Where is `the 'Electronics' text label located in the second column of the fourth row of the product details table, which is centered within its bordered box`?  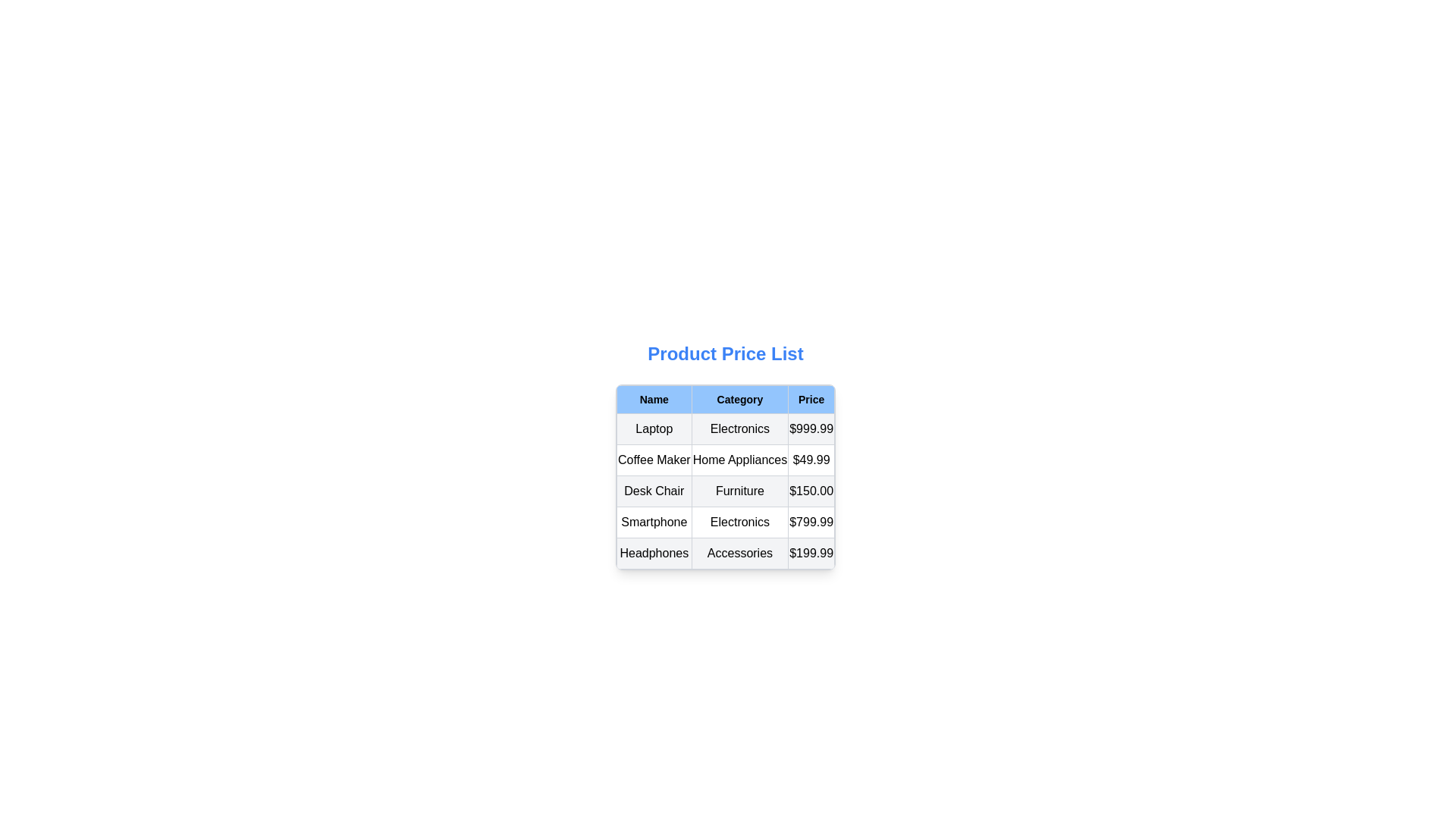 the 'Electronics' text label located in the second column of the fourth row of the product details table, which is centered within its bordered box is located at coordinates (739, 522).